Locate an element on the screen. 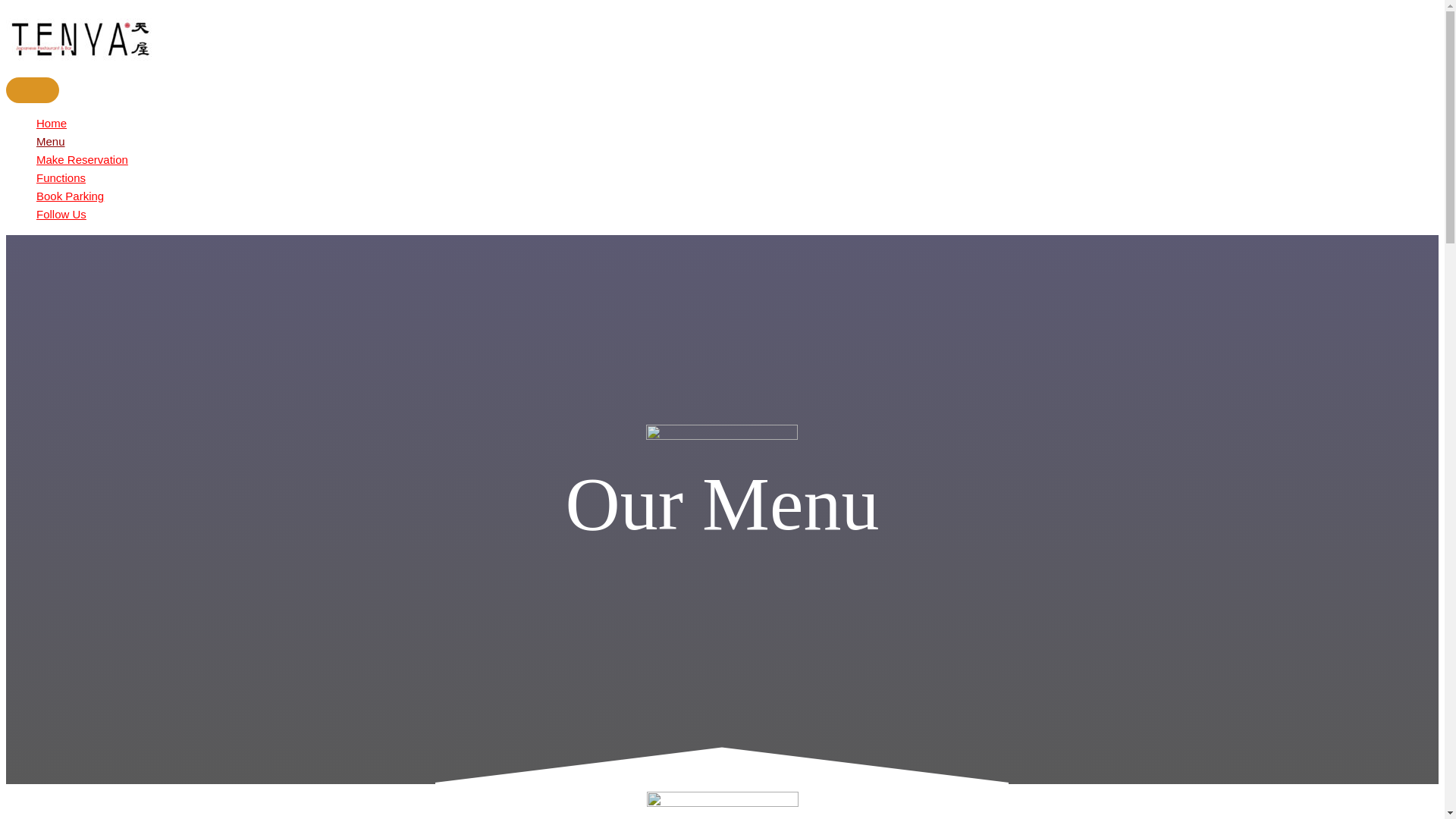 This screenshot has height=819, width=1456. 'Follow Us' is located at coordinates (491, 214).